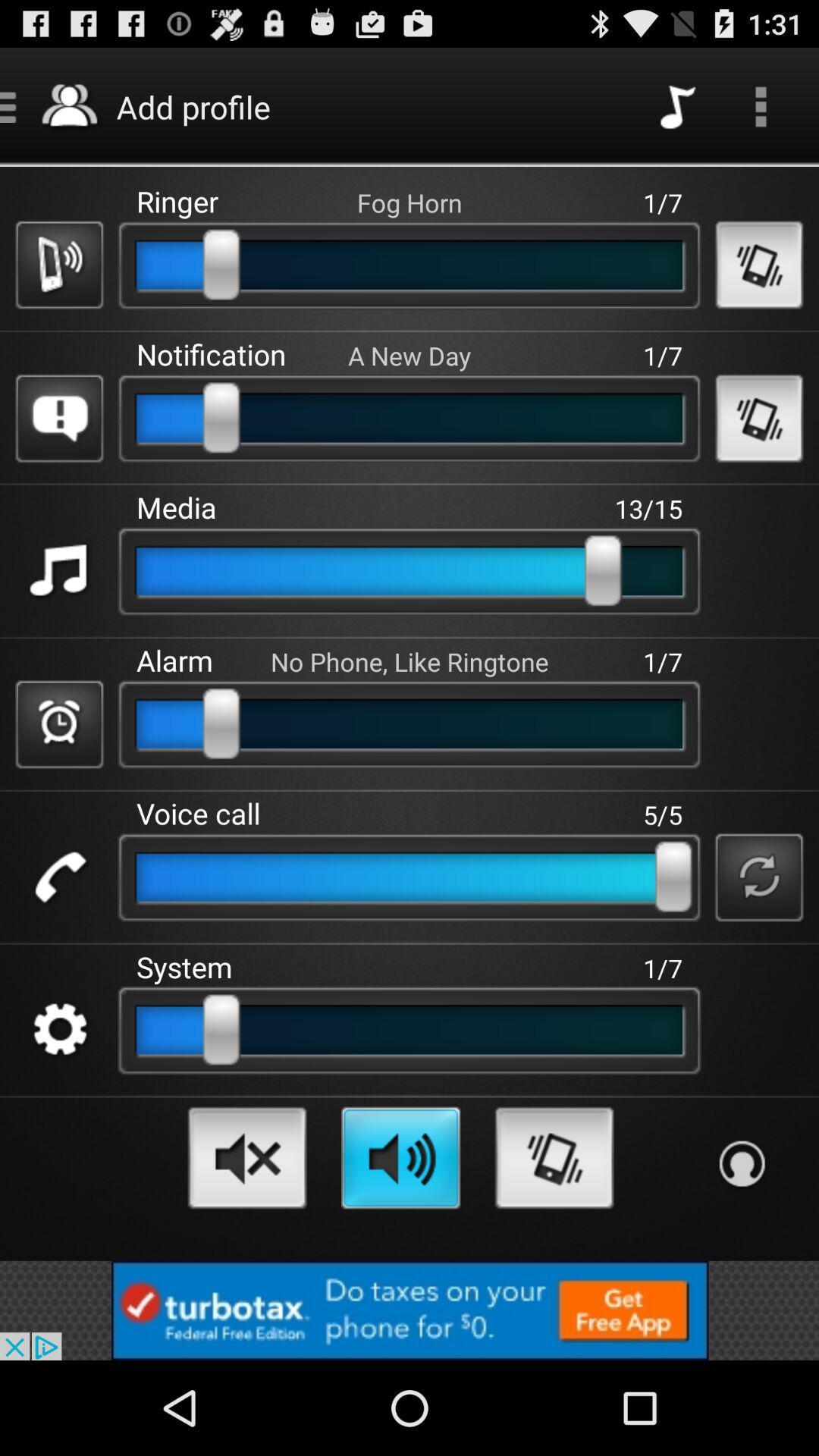 Image resolution: width=819 pixels, height=1456 pixels. What do you see at coordinates (58, 419) in the screenshot?
I see `the notification icon` at bounding box center [58, 419].